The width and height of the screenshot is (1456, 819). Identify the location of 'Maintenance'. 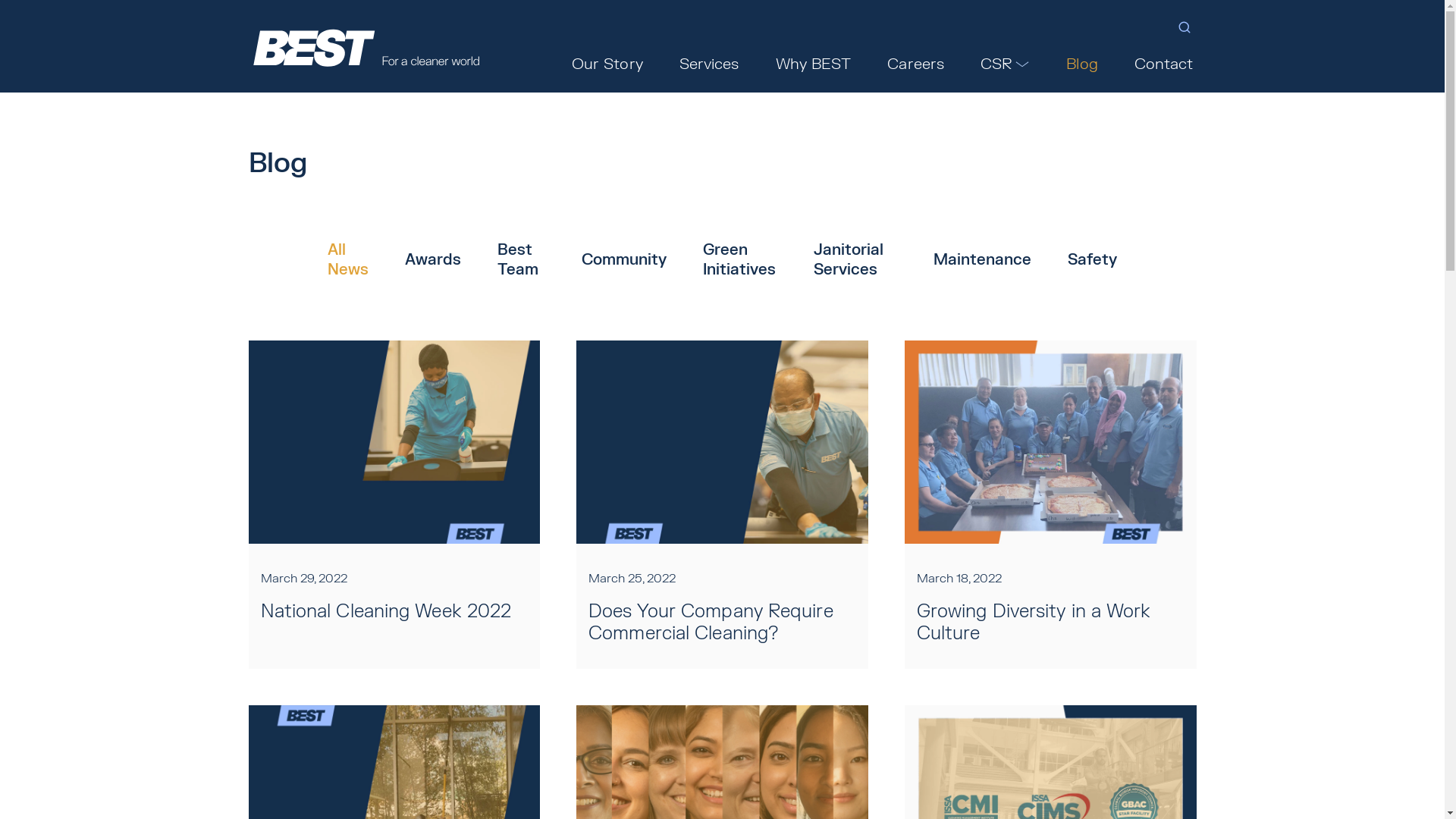
(932, 259).